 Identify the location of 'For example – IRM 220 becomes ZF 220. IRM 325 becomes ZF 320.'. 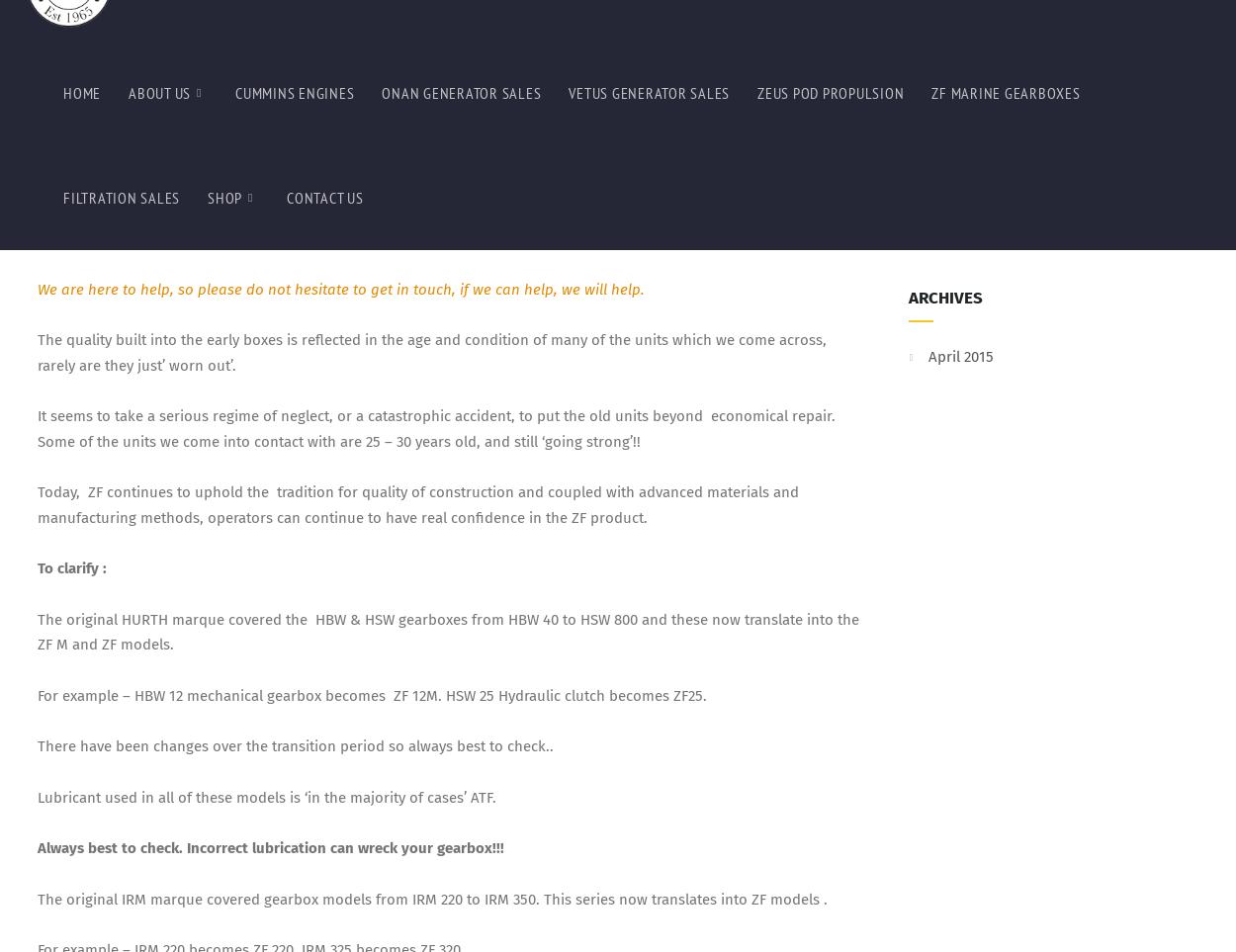
(37, 69).